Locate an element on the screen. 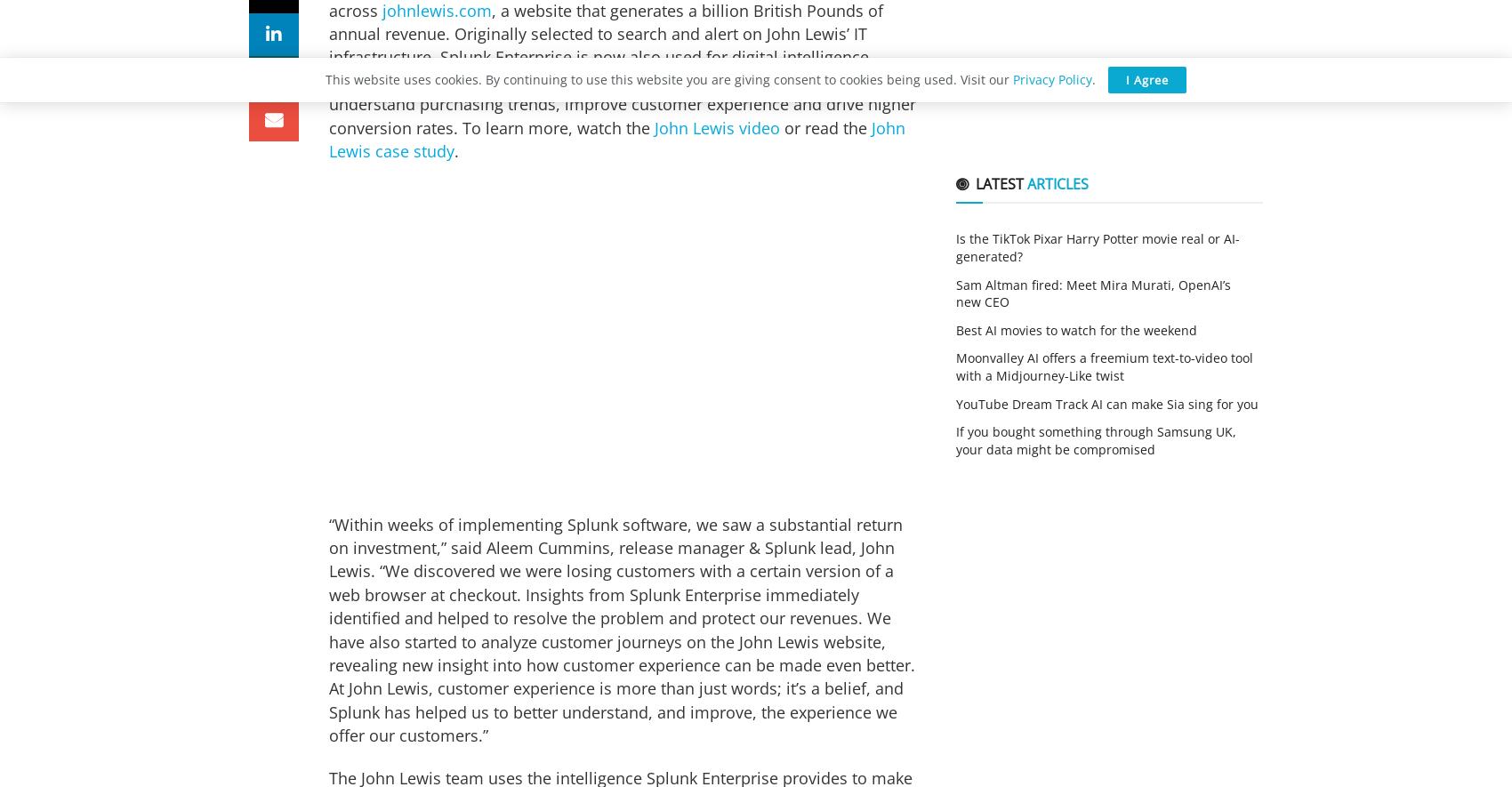 Image resolution: width=1512 pixels, height=787 pixels. 'YouTube Dream Track AI can make Sia sing for you' is located at coordinates (956, 402).